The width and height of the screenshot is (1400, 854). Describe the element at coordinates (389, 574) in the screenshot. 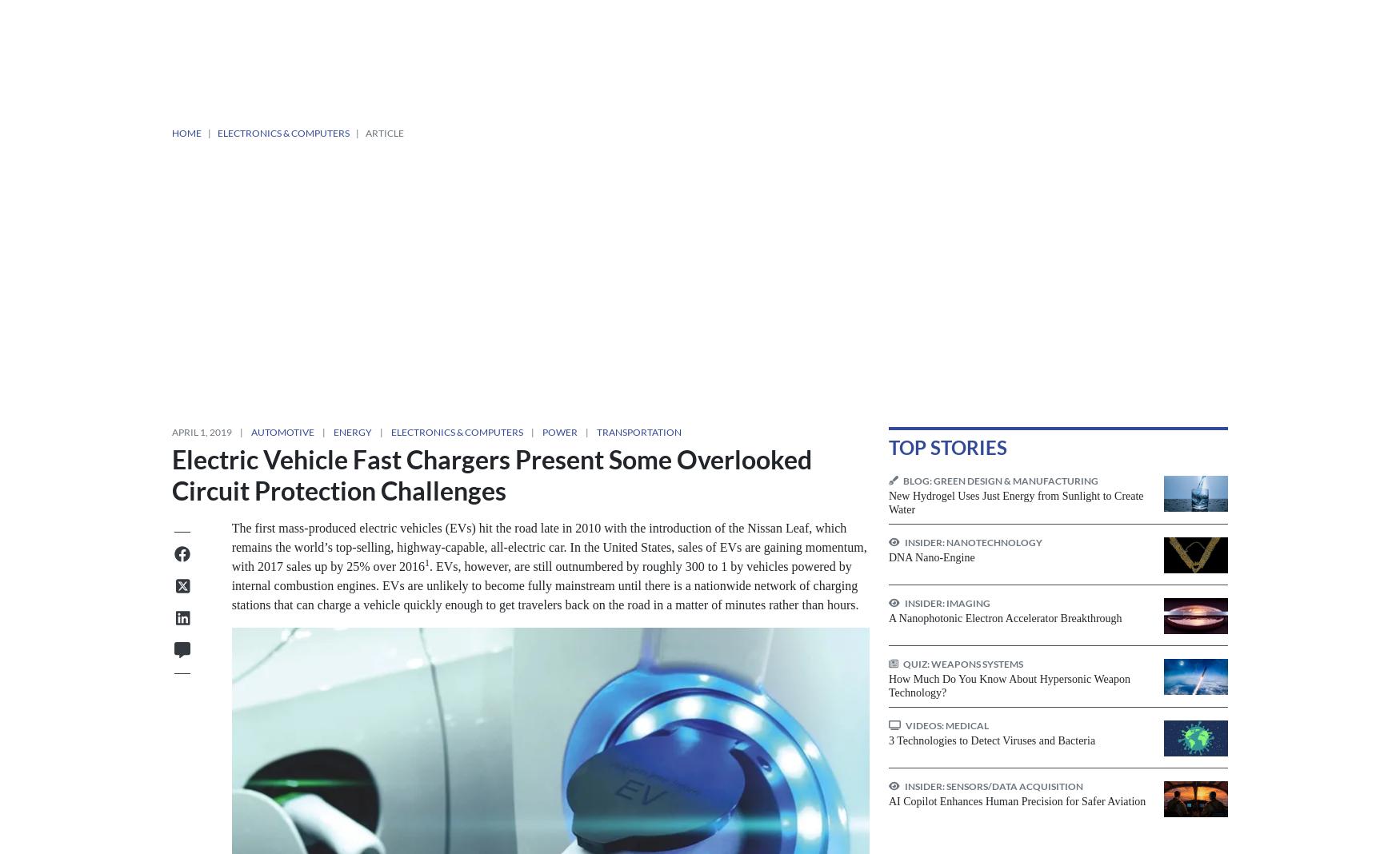

I see `'Transportation'` at that location.